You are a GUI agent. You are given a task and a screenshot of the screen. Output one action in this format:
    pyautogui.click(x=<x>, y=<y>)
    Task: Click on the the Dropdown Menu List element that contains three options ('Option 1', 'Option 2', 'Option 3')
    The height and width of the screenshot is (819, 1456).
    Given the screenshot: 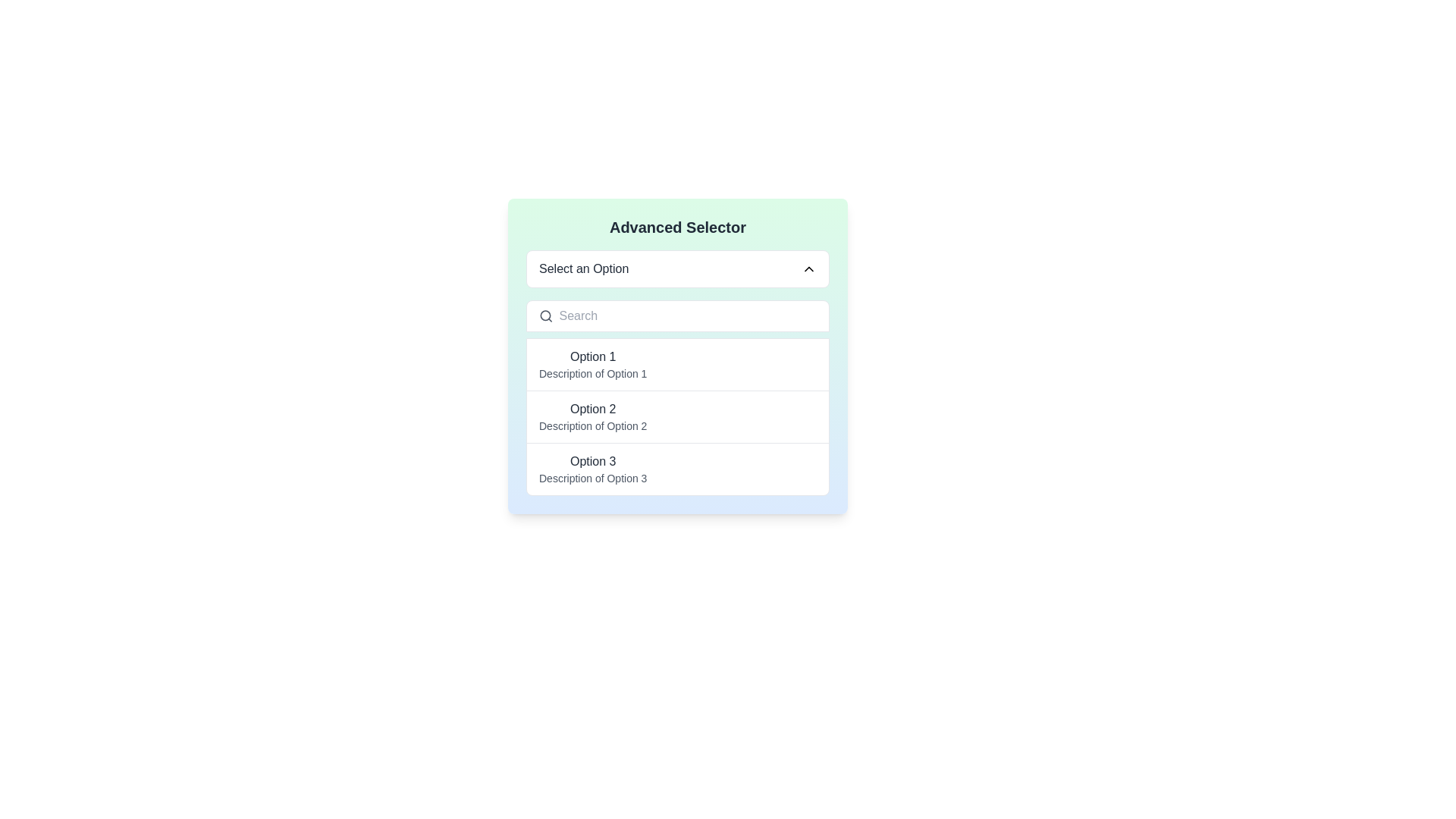 What is the action you would take?
    pyautogui.click(x=676, y=417)
    